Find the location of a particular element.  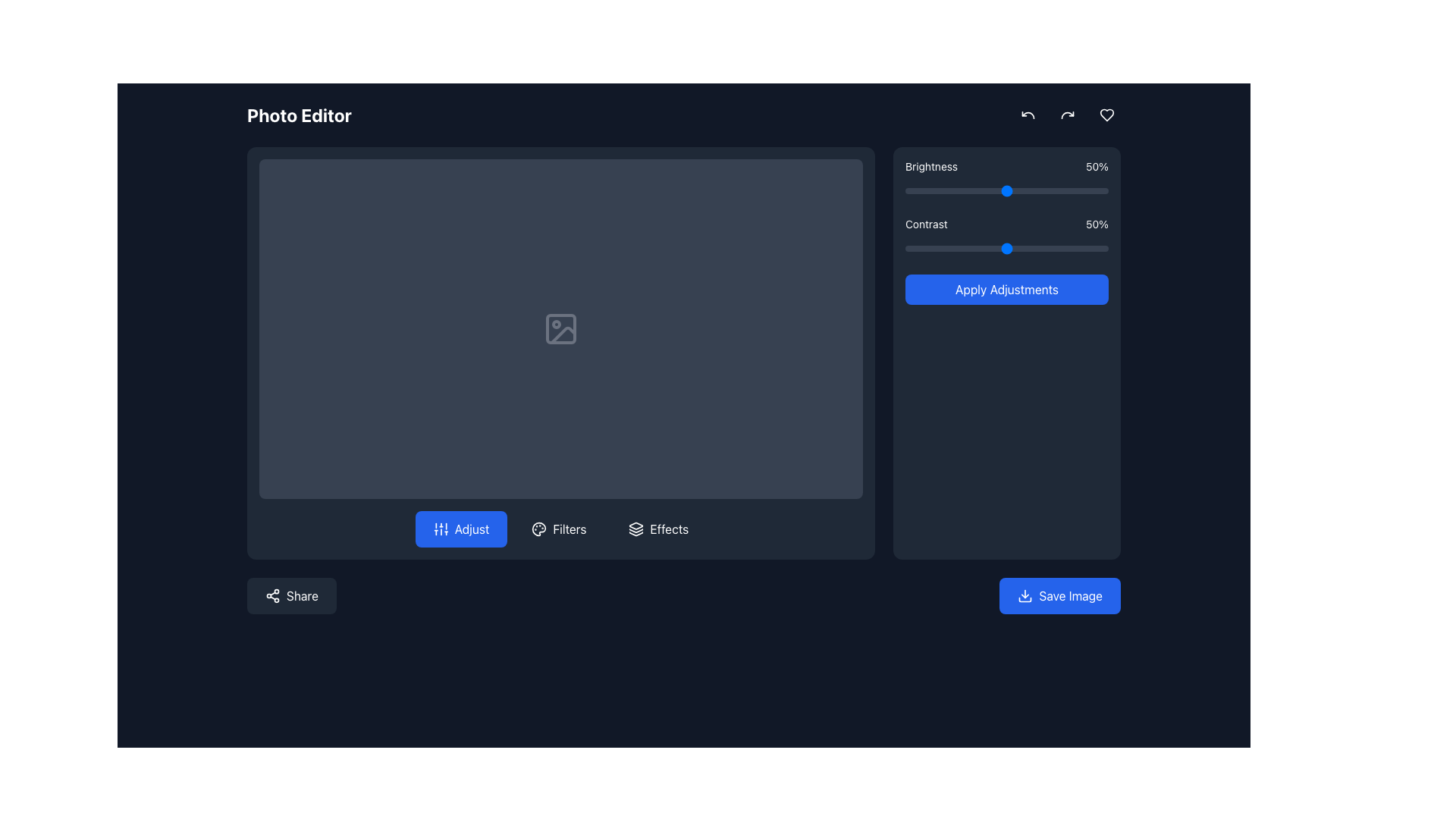

the decorative icon resembling a painter's palette, which is located within the 'Filters' button group, positioned to the right of the 'Adjust' button and to the left of the 'Effects' button is located at coordinates (539, 528).